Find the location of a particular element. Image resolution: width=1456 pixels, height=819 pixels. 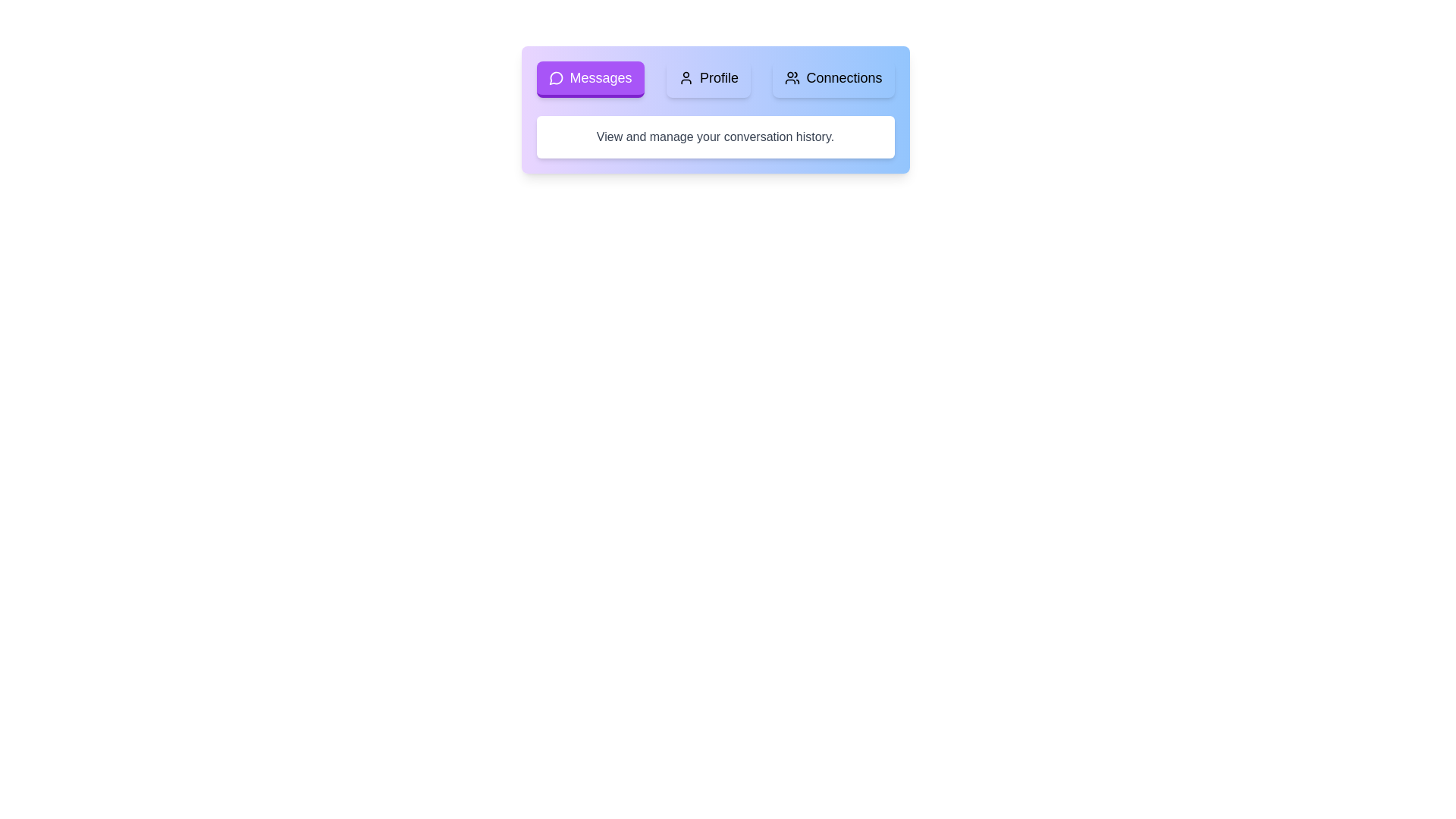

the Navigation bar containing the Messages, Profile, and Connections buttons is located at coordinates (714, 79).